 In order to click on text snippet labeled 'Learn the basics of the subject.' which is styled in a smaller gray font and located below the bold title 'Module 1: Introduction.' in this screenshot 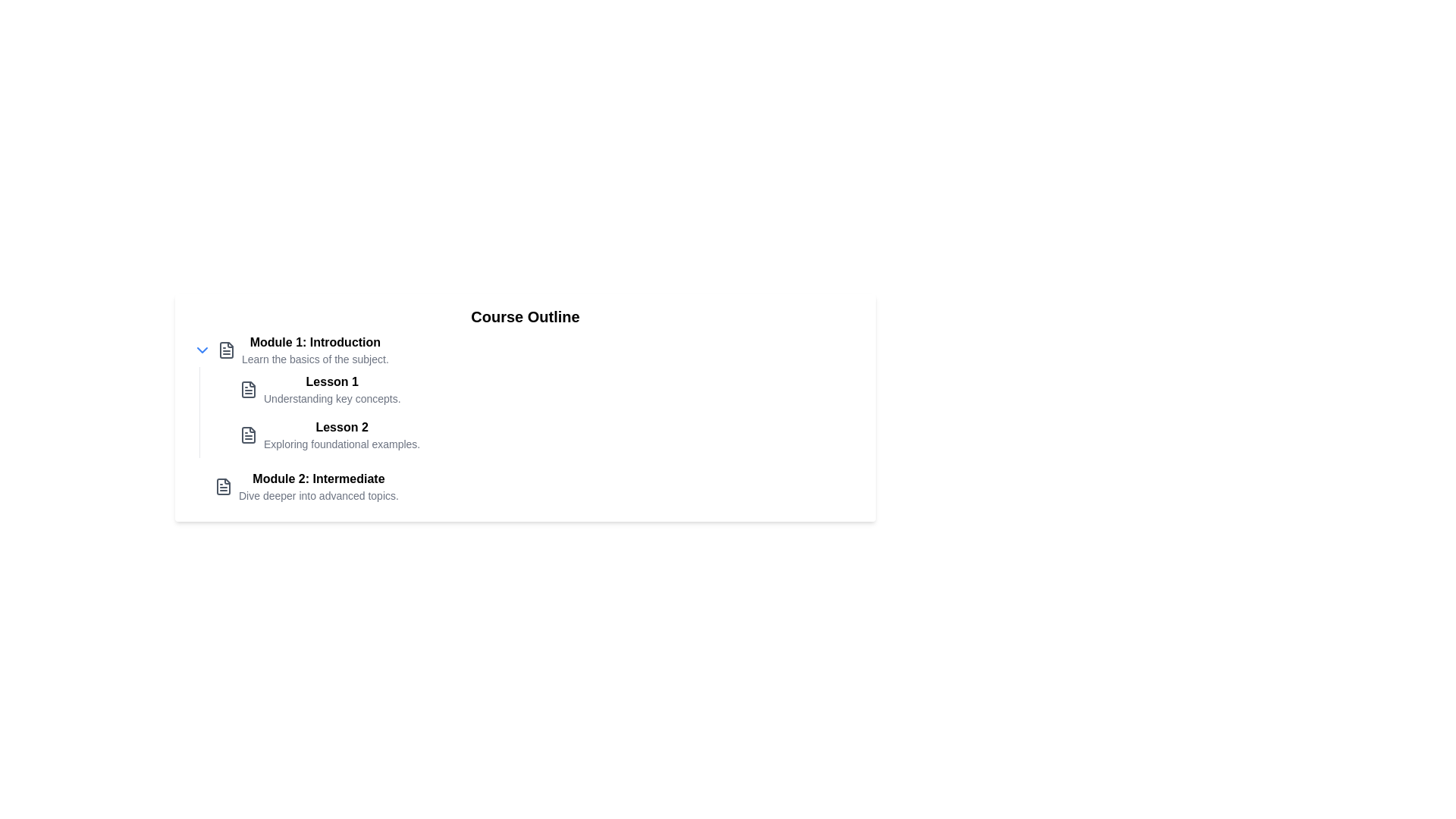, I will do `click(314, 359)`.